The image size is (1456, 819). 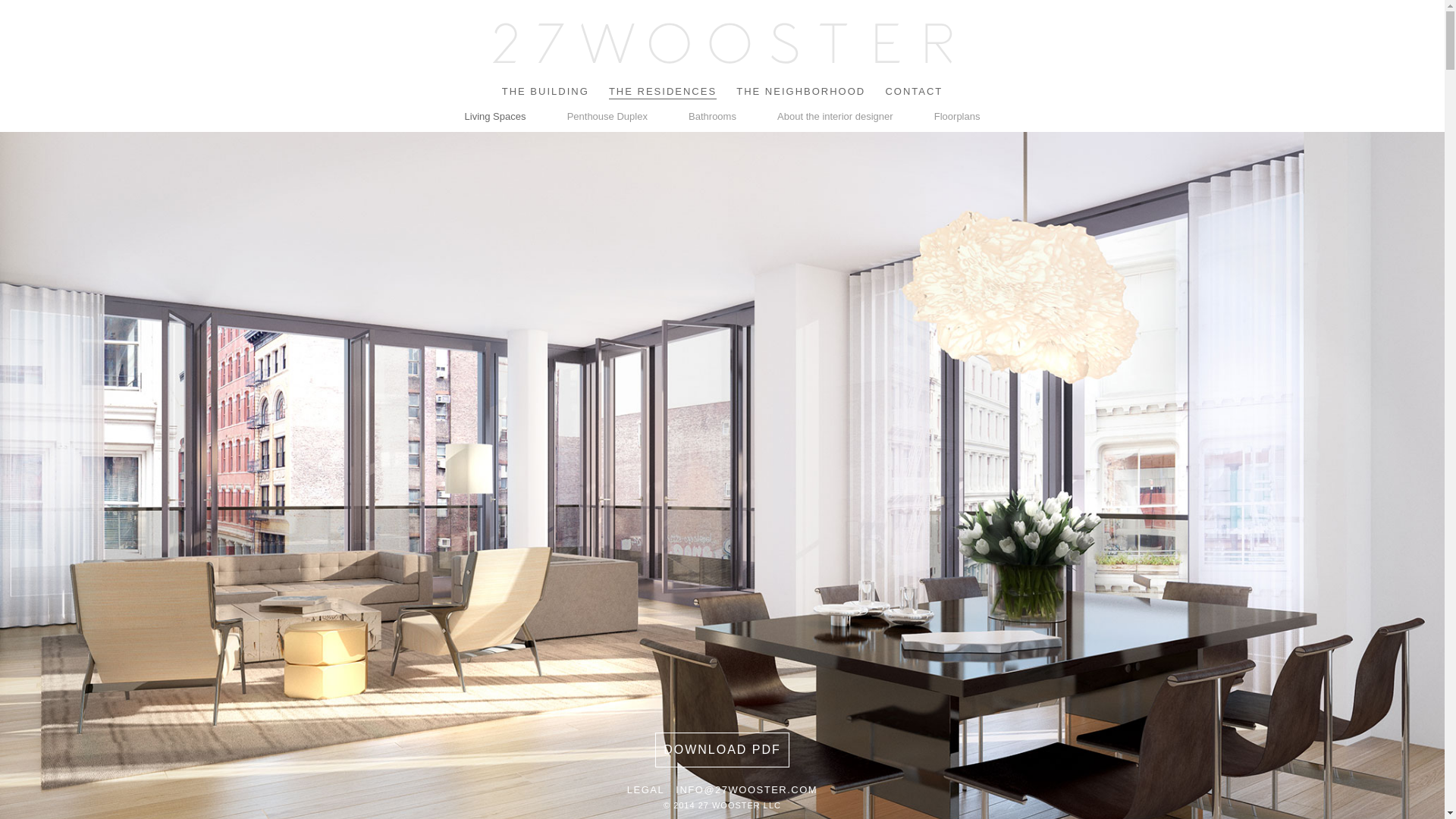 What do you see at coordinates (721, 748) in the screenshot?
I see `'DOWNLOAD PDF'` at bounding box center [721, 748].